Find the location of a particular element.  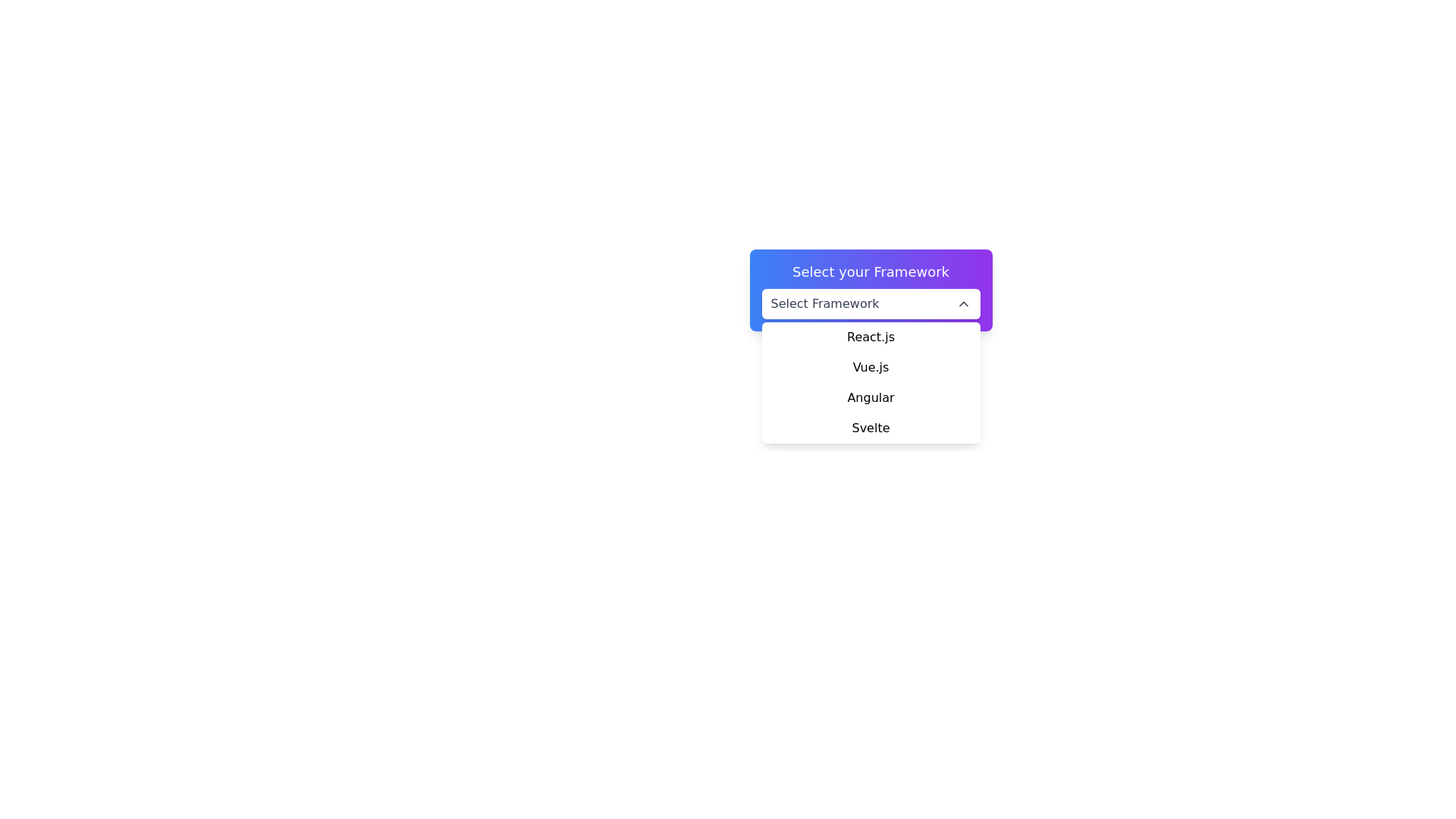

the 'Angular' option is located at coordinates (871, 397).